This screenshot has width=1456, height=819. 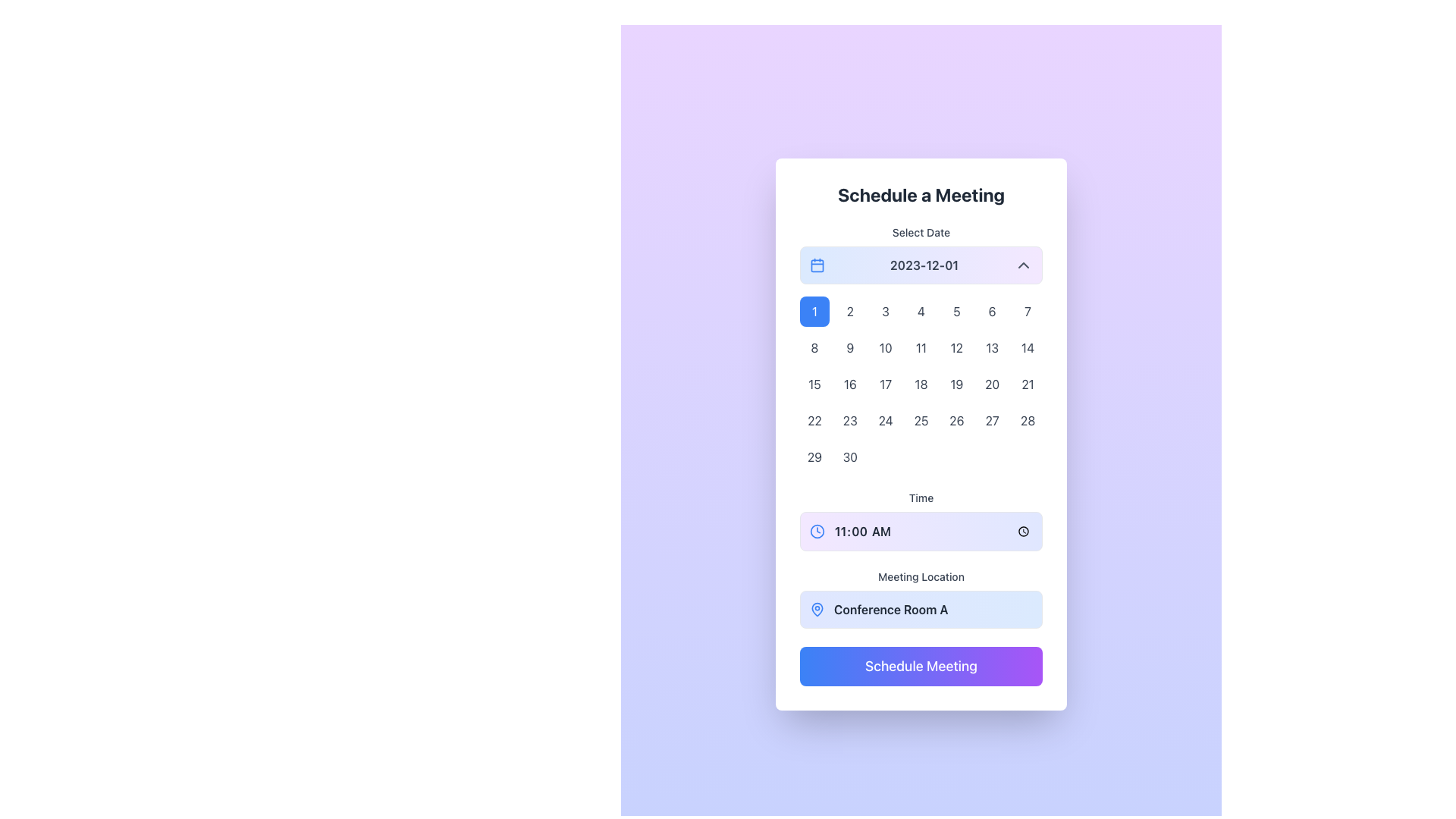 What do you see at coordinates (814, 383) in the screenshot?
I see `the button displaying the number '15' in the calendar section to interact with it` at bounding box center [814, 383].